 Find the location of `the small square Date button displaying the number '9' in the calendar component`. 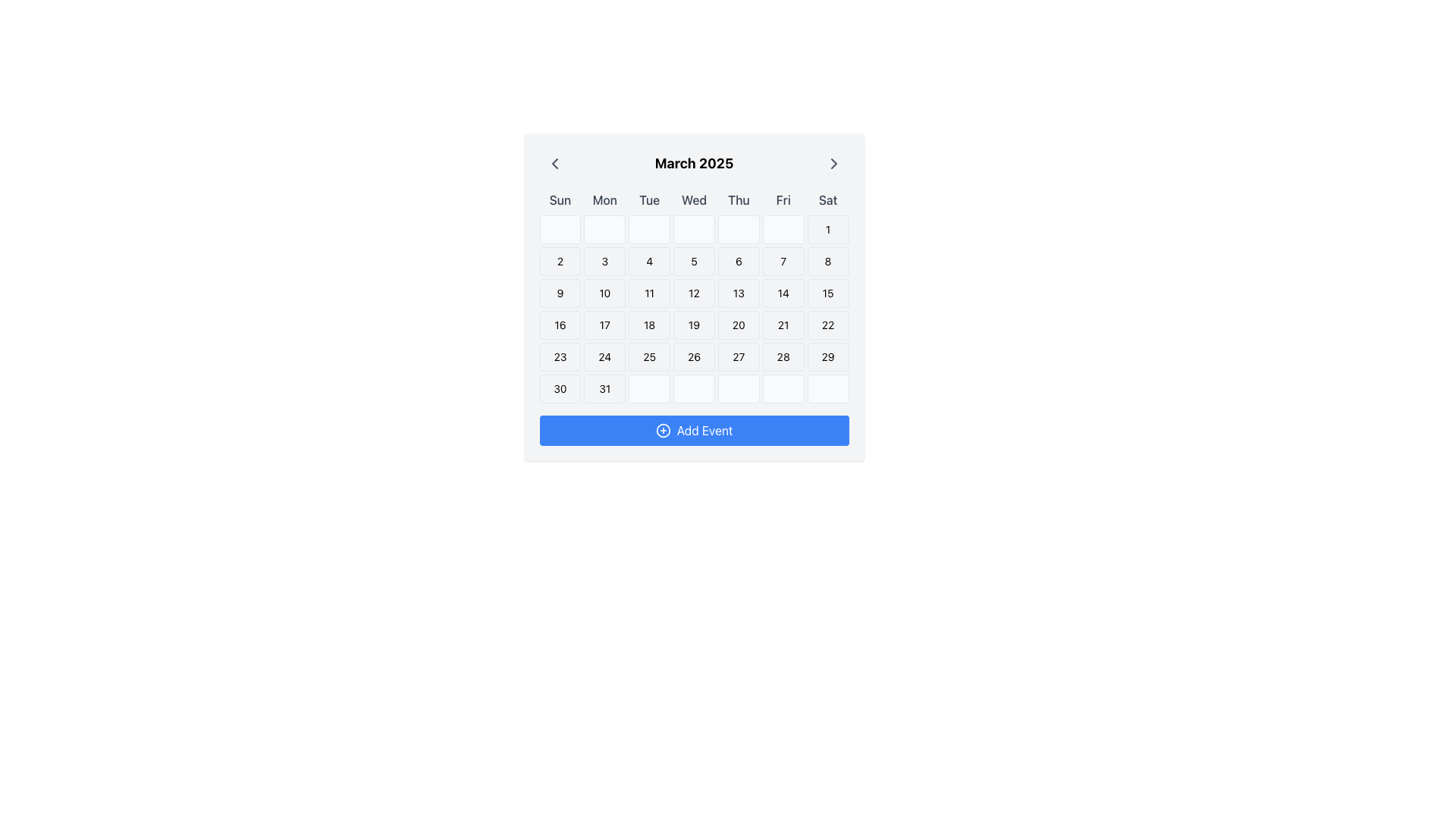

the small square Date button displaying the number '9' in the calendar component is located at coordinates (560, 293).